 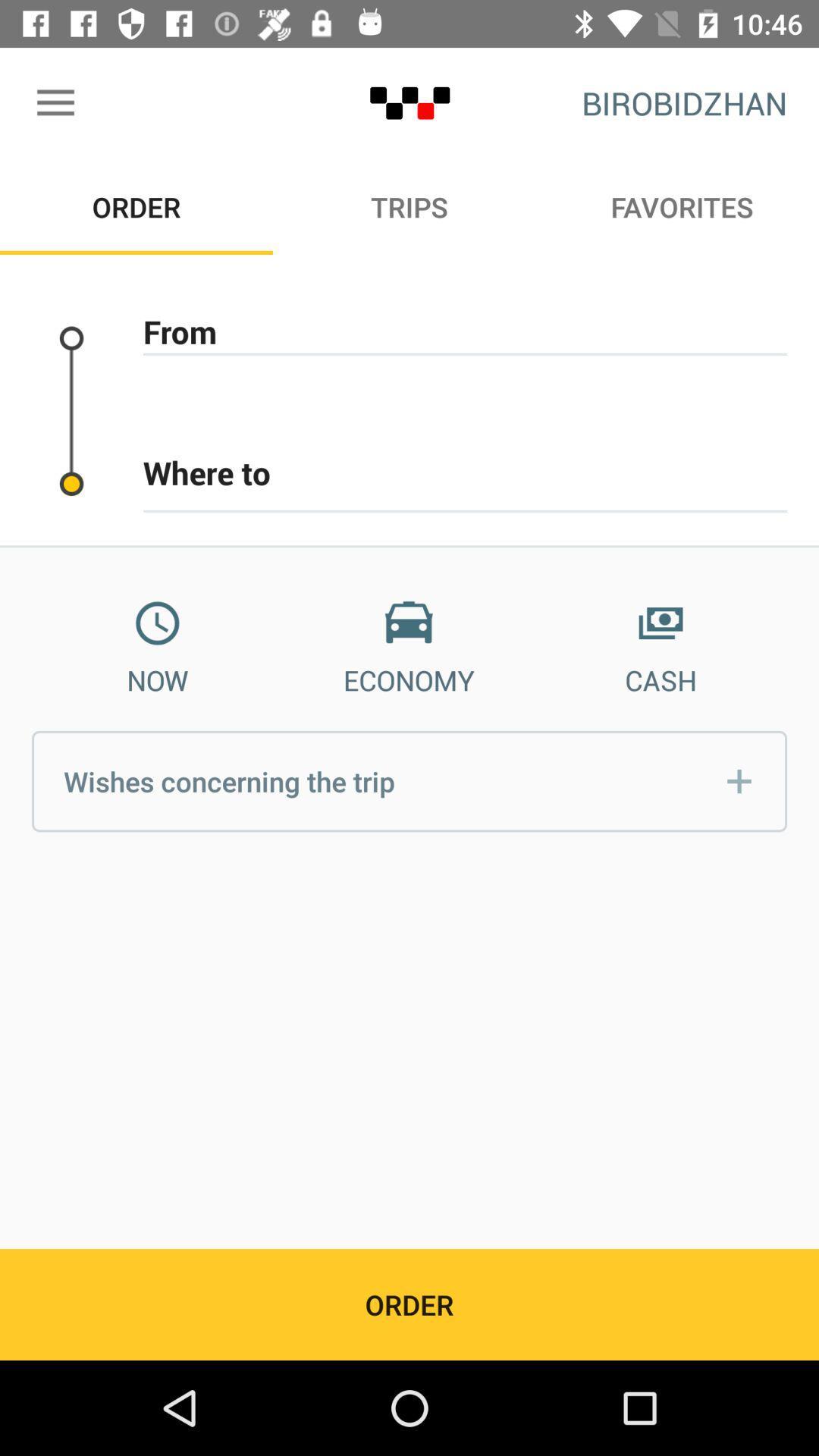 What do you see at coordinates (684, 102) in the screenshot?
I see `the birobidzhan icon` at bounding box center [684, 102].